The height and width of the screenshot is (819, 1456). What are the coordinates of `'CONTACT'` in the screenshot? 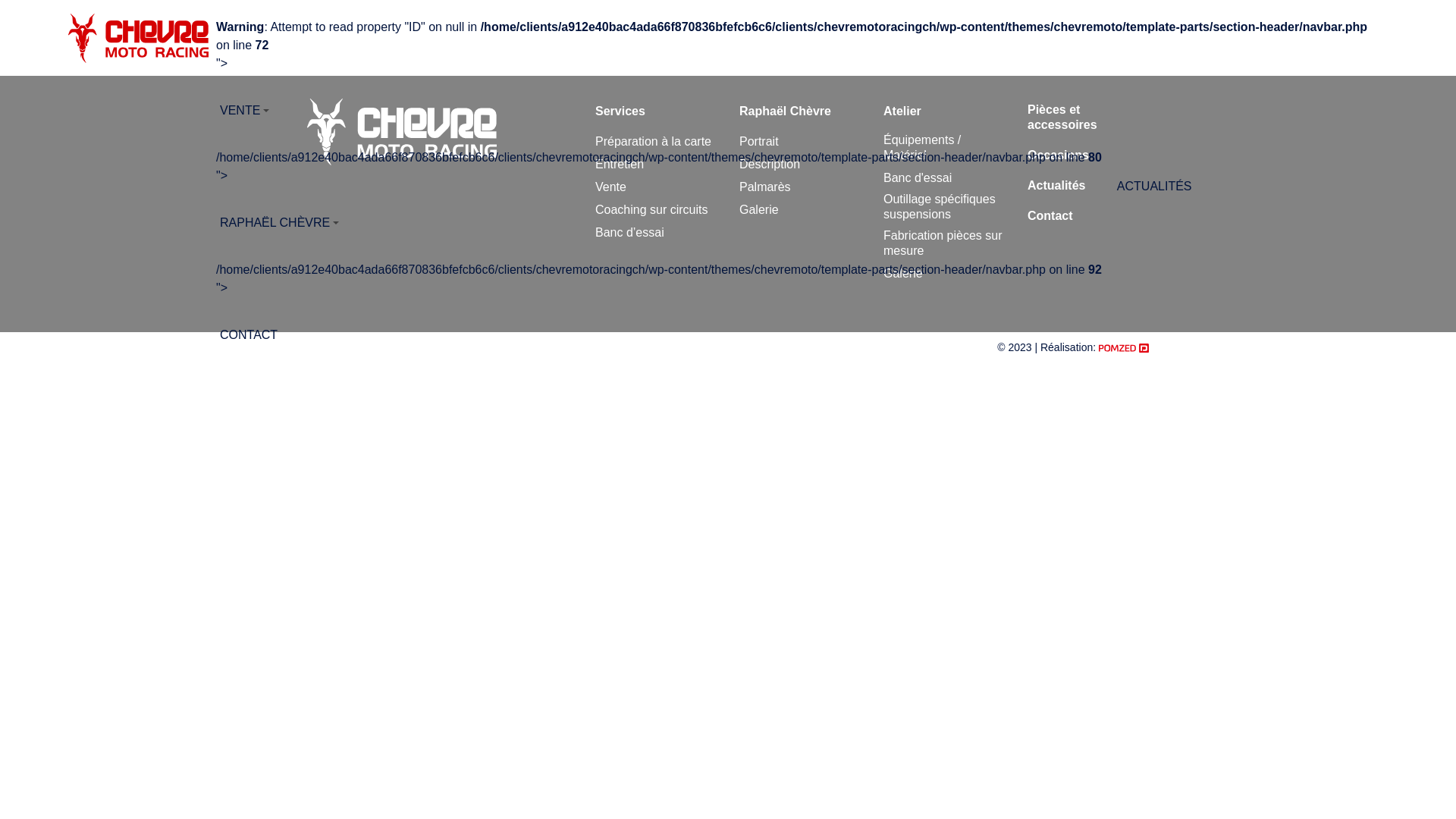 It's located at (215, 334).